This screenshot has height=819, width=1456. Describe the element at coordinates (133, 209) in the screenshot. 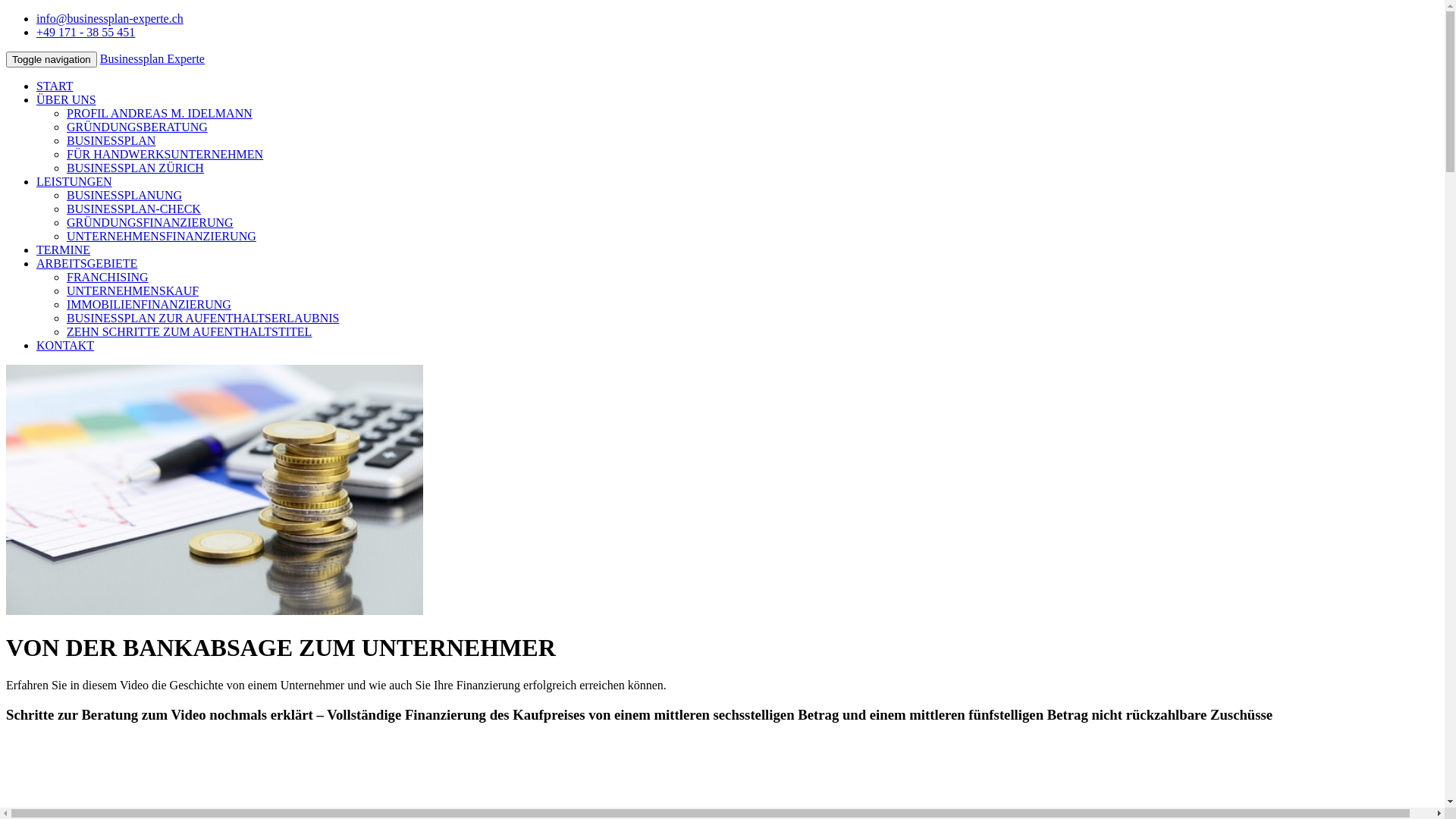

I see `'BUSINESSPLAN-CHECK'` at that location.